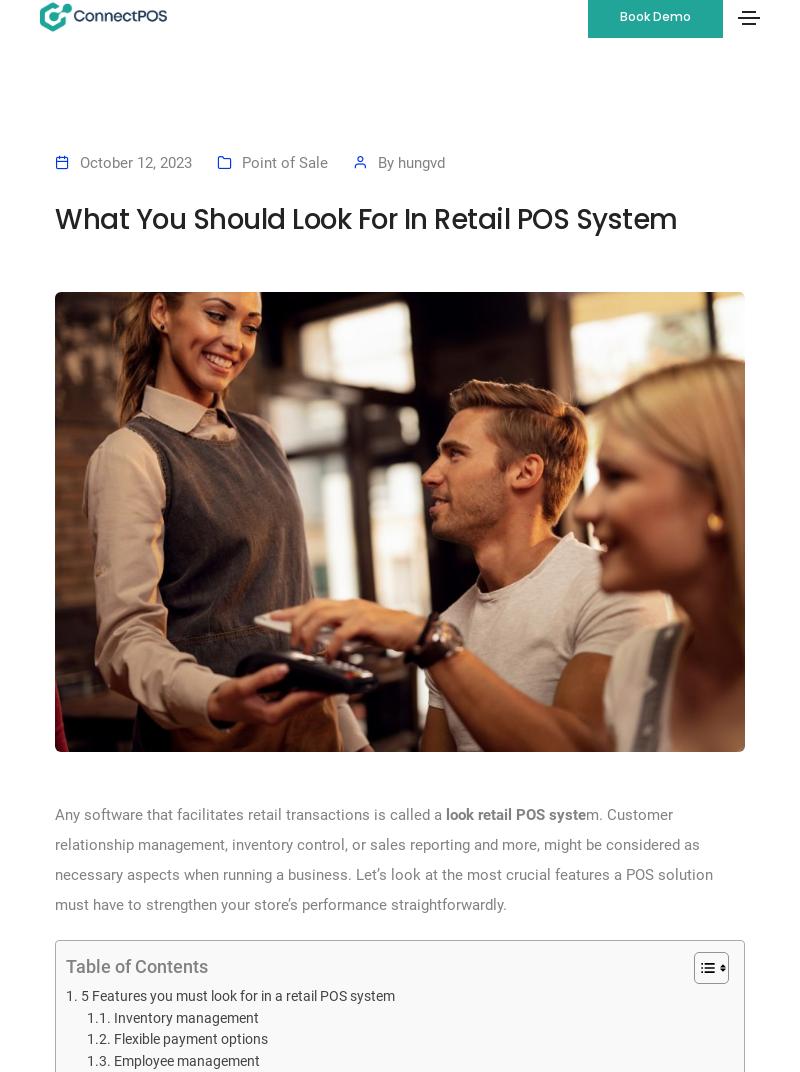  What do you see at coordinates (421, 162) in the screenshot?
I see `'hungvd'` at bounding box center [421, 162].